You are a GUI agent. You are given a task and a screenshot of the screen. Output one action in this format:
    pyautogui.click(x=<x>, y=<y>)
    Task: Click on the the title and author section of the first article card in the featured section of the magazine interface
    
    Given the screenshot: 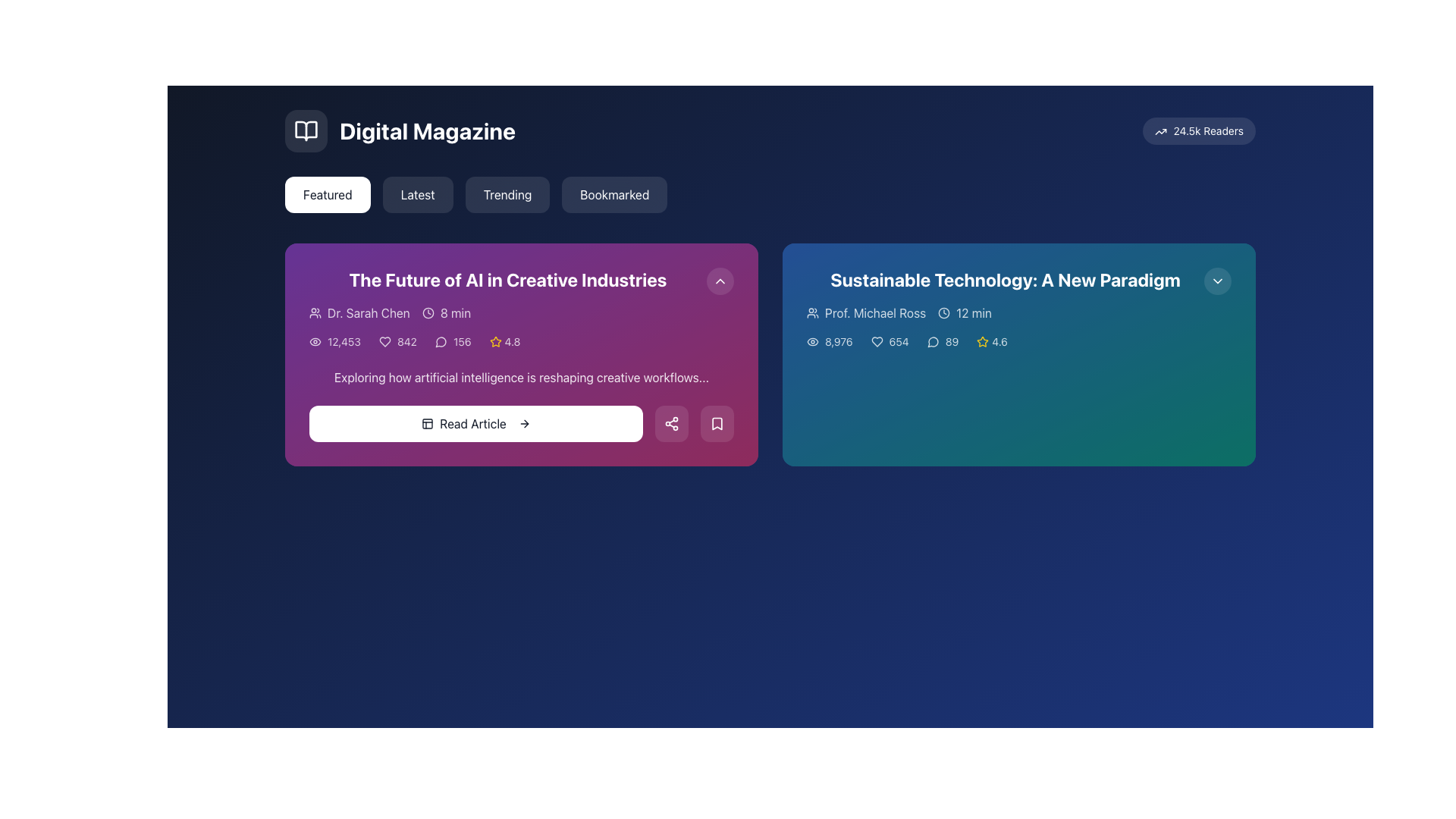 What is the action you would take?
    pyautogui.click(x=521, y=301)
    